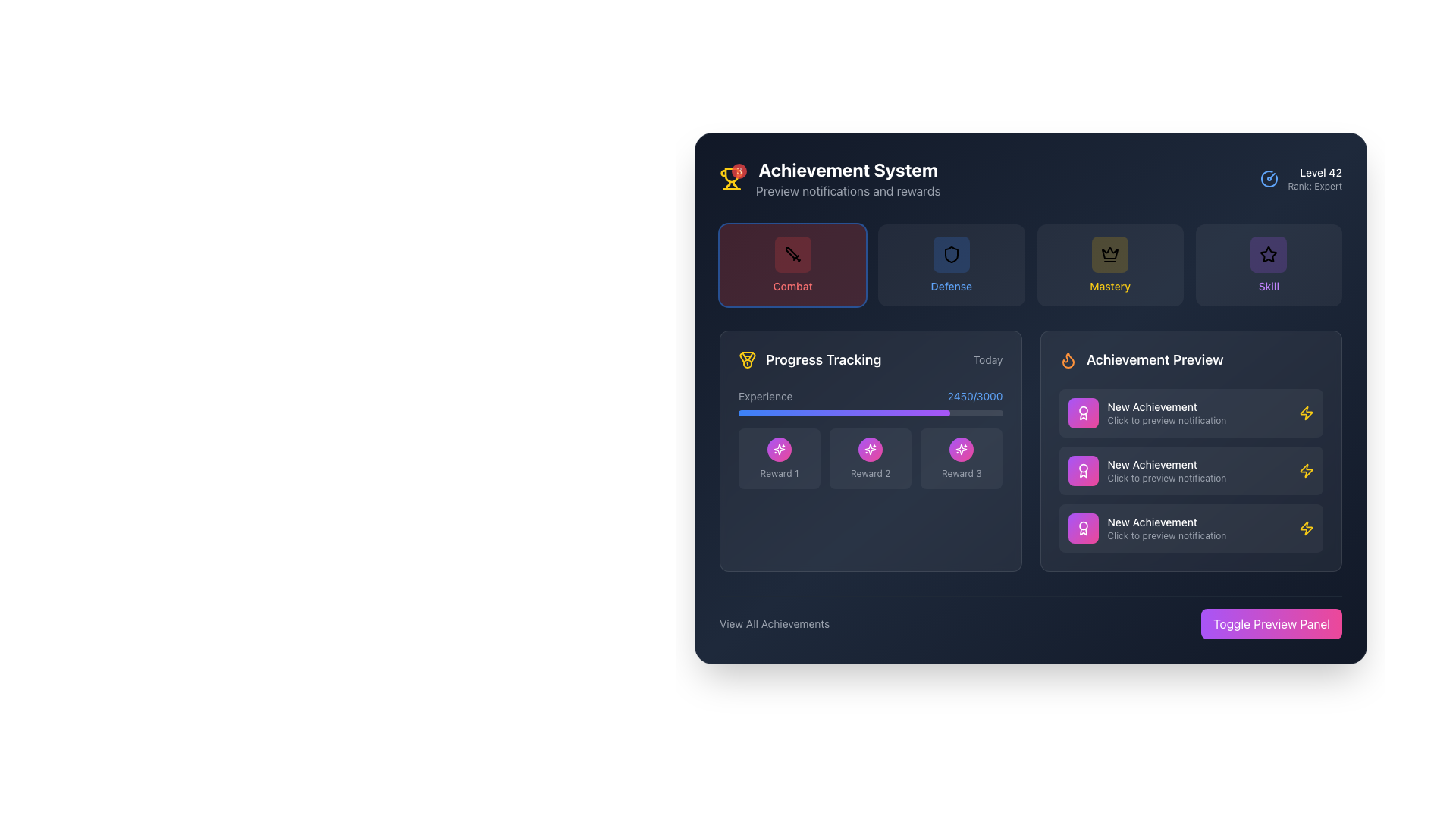 The width and height of the screenshot is (1456, 819). Describe the element at coordinates (886, 413) in the screenshot. I see `the progress` at that location.